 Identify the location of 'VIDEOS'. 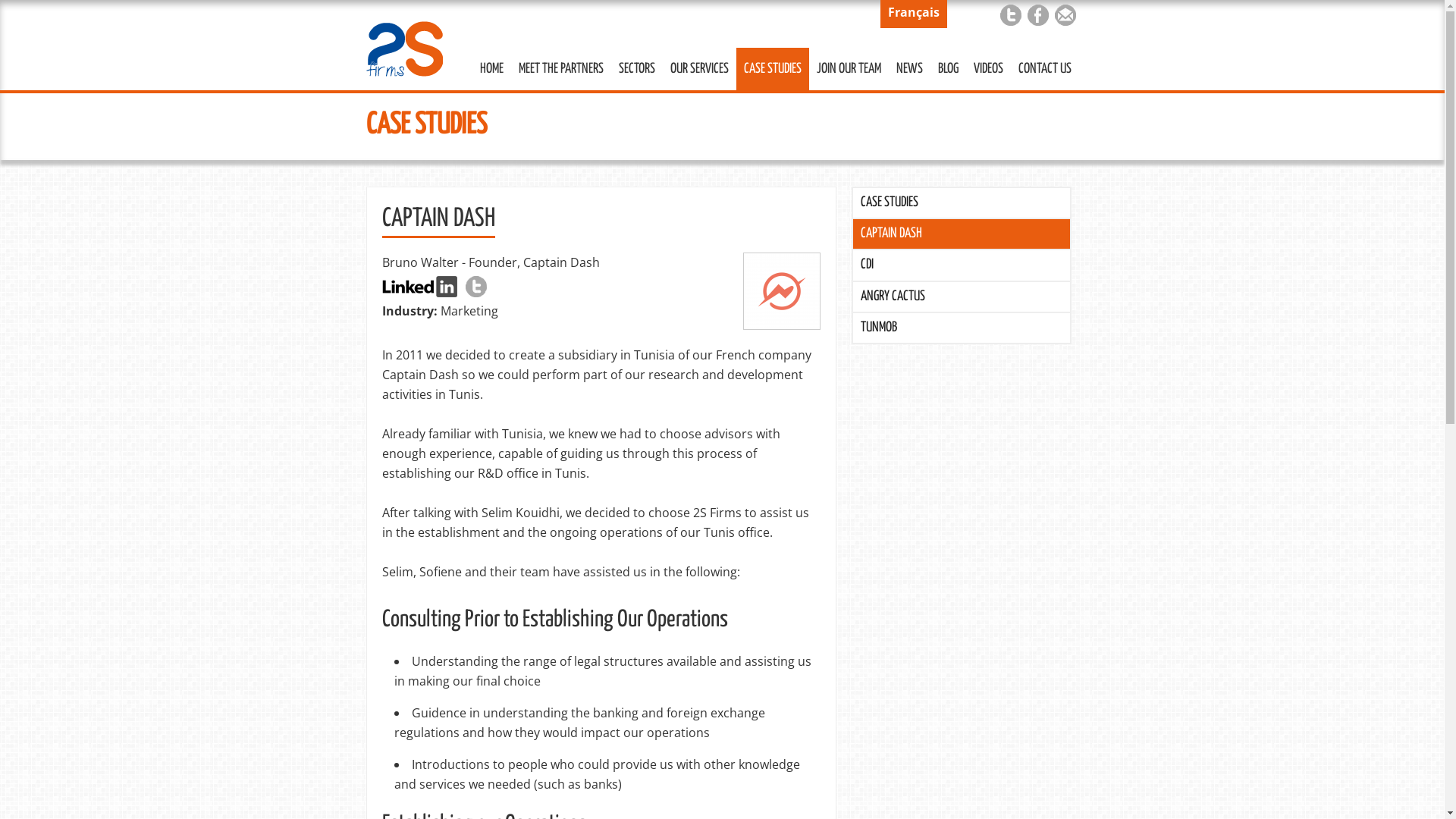
(988, 69).